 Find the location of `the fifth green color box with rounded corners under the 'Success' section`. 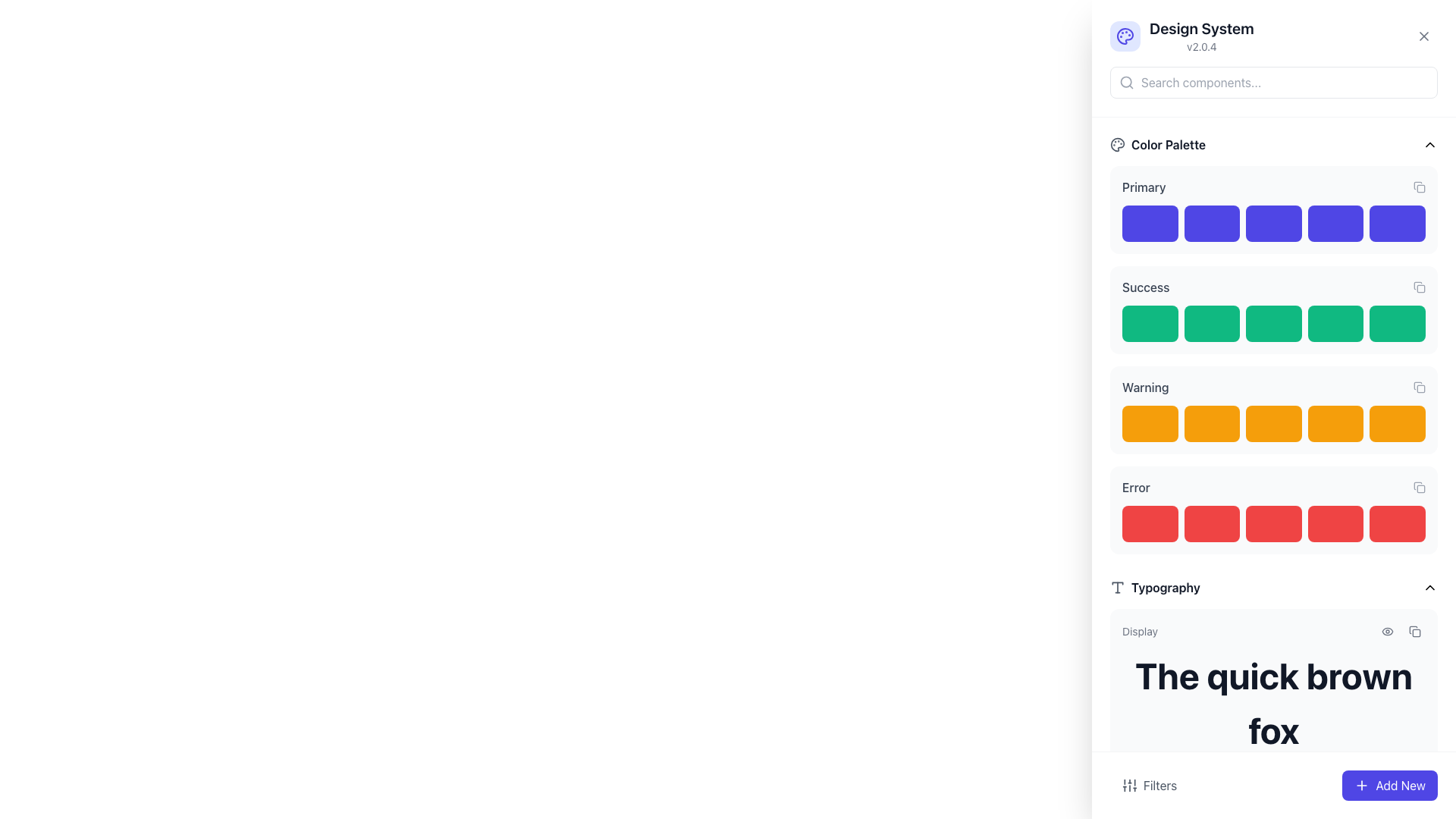

the fifth green color box with rounded corners under the 'Success' section is located at coordinates (1397, 323).